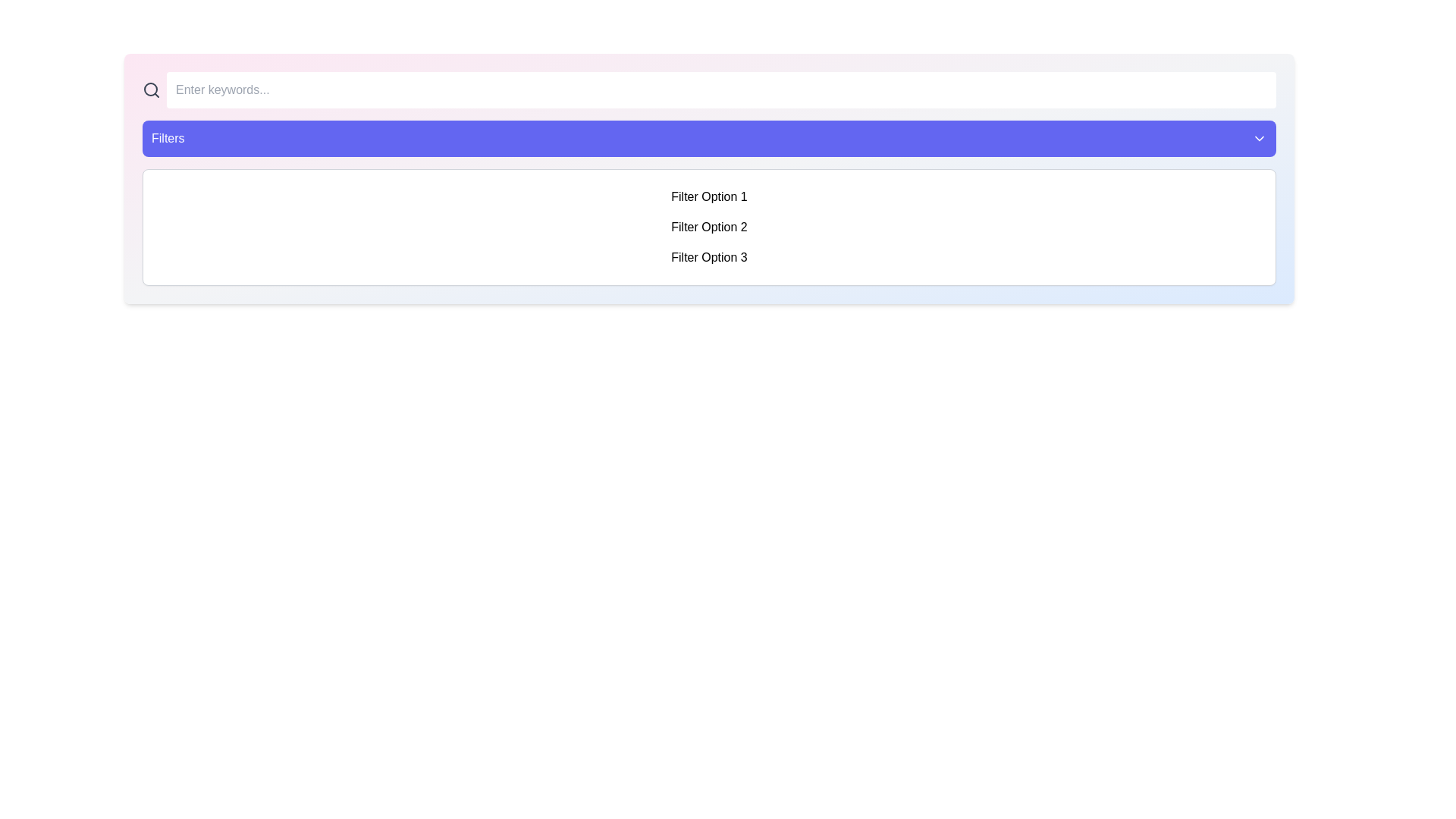  Describe the element at coordinates (1259, 138) in the screenshot. I see `the downward-pointing chevron icon located on the right side of the 'Filters' button` at that location.